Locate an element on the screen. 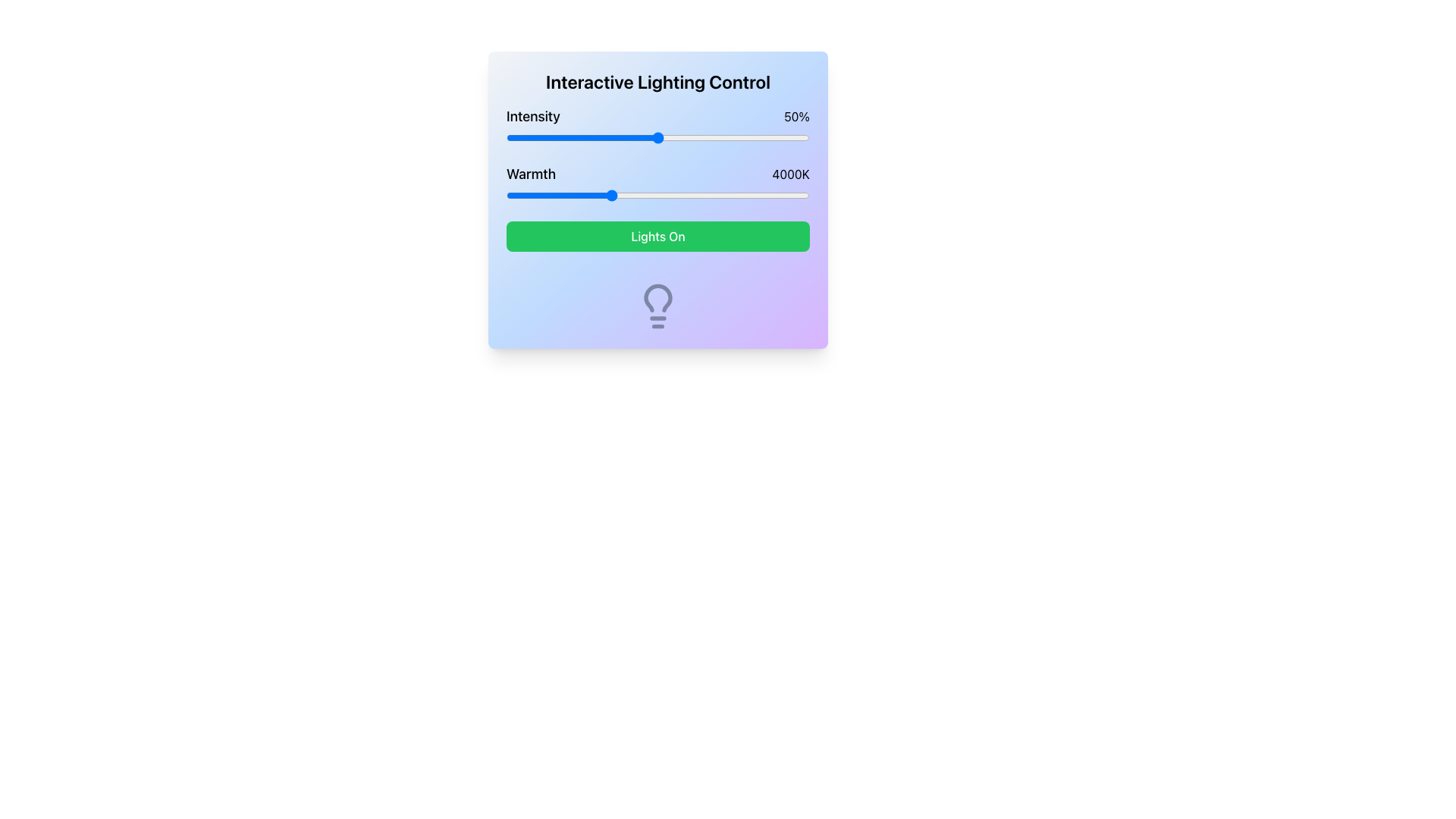  warmth is located at coordinates (757, 195).